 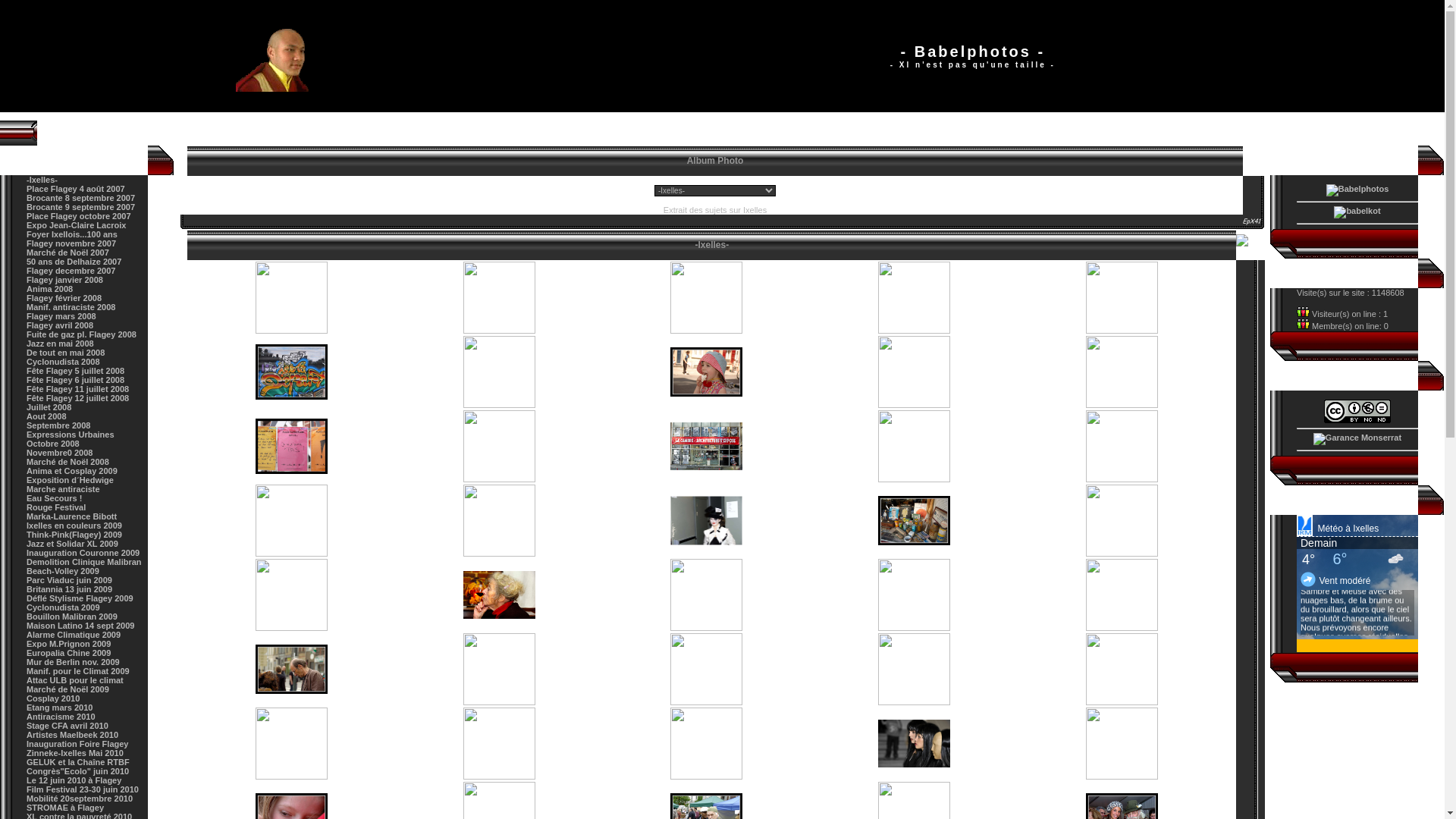 What do you see at coordinates (82, 553) in the screenshot?
I see `'Inauguration Couronne 2009'` at bounding box center [82, 553].